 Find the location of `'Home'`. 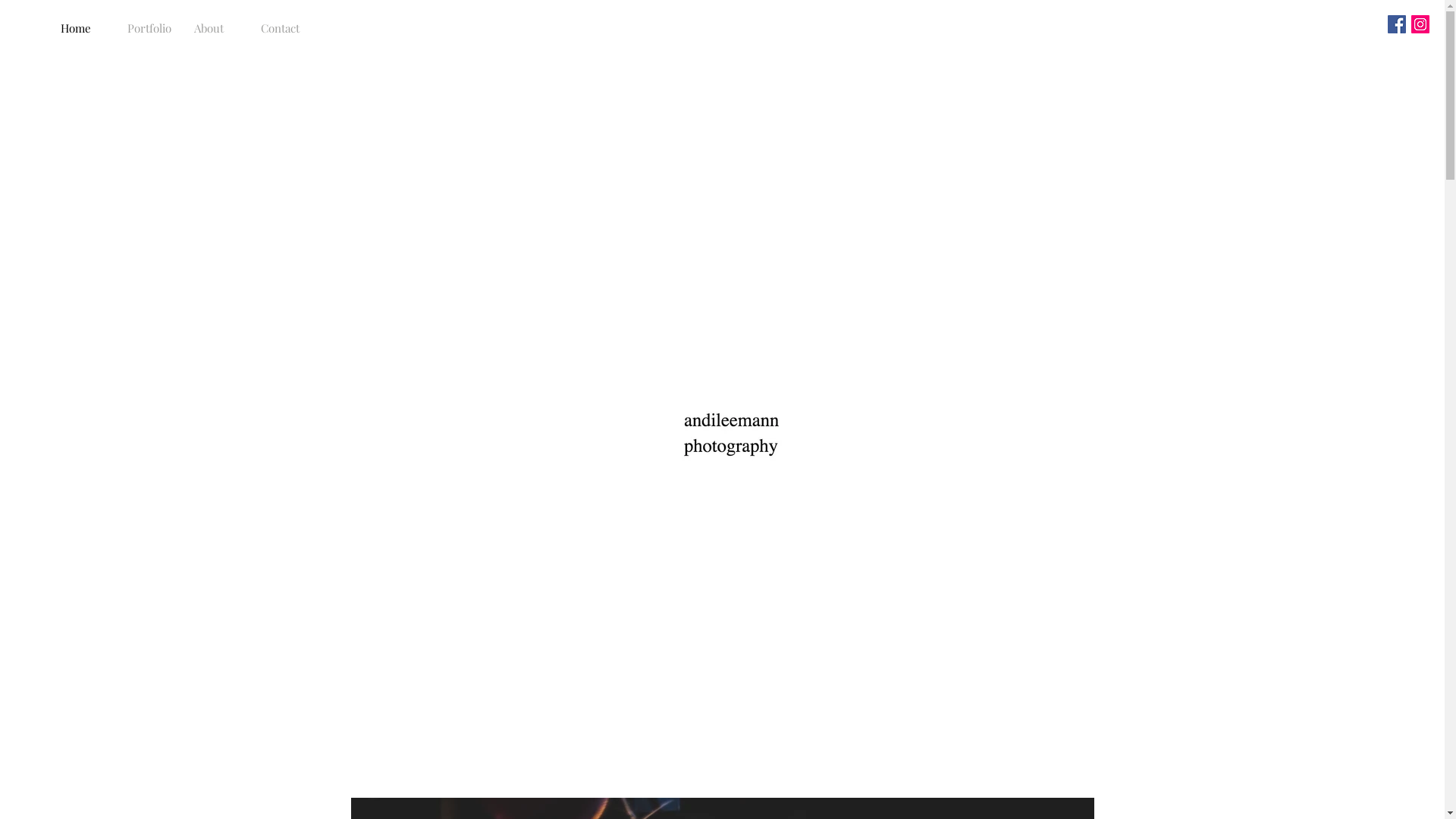

'Home' is located at coordinates (82, 28).